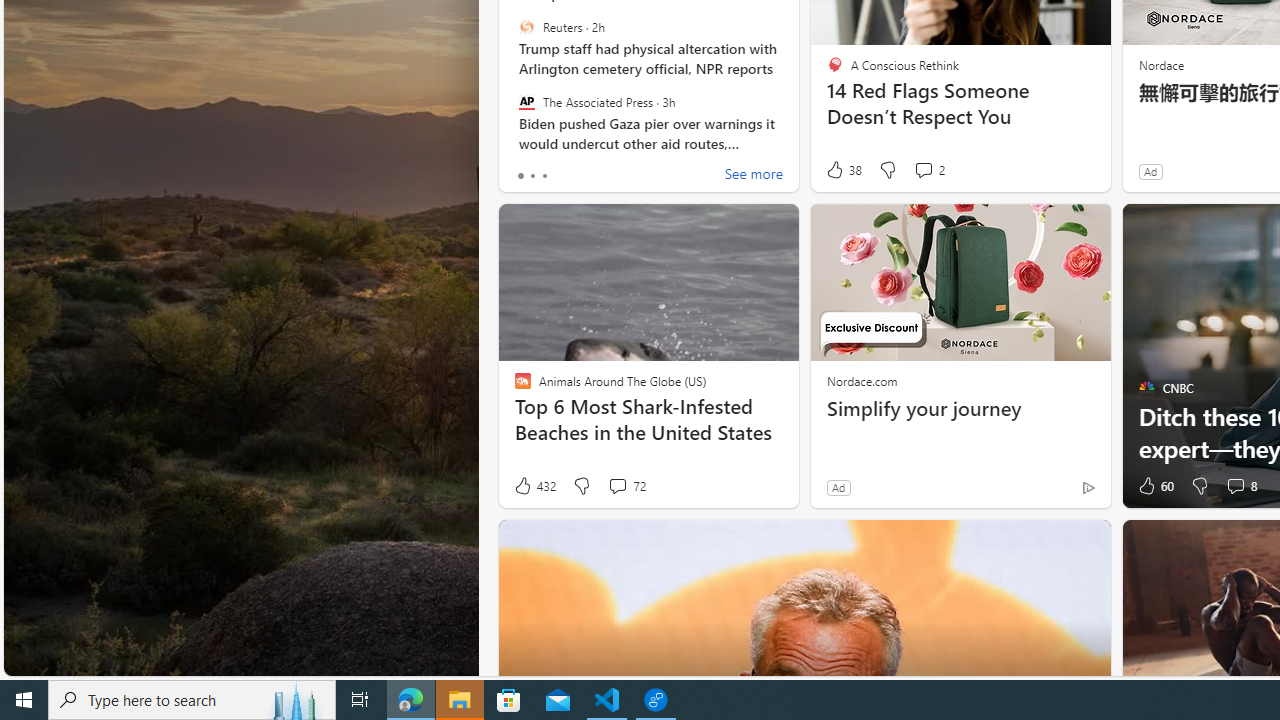 The image size is (1280, 720). What do you see at coordinates (1239, 486) in the screenshot?
I see `'View comments 8 Comment'` at bounding box center [1239, 486].